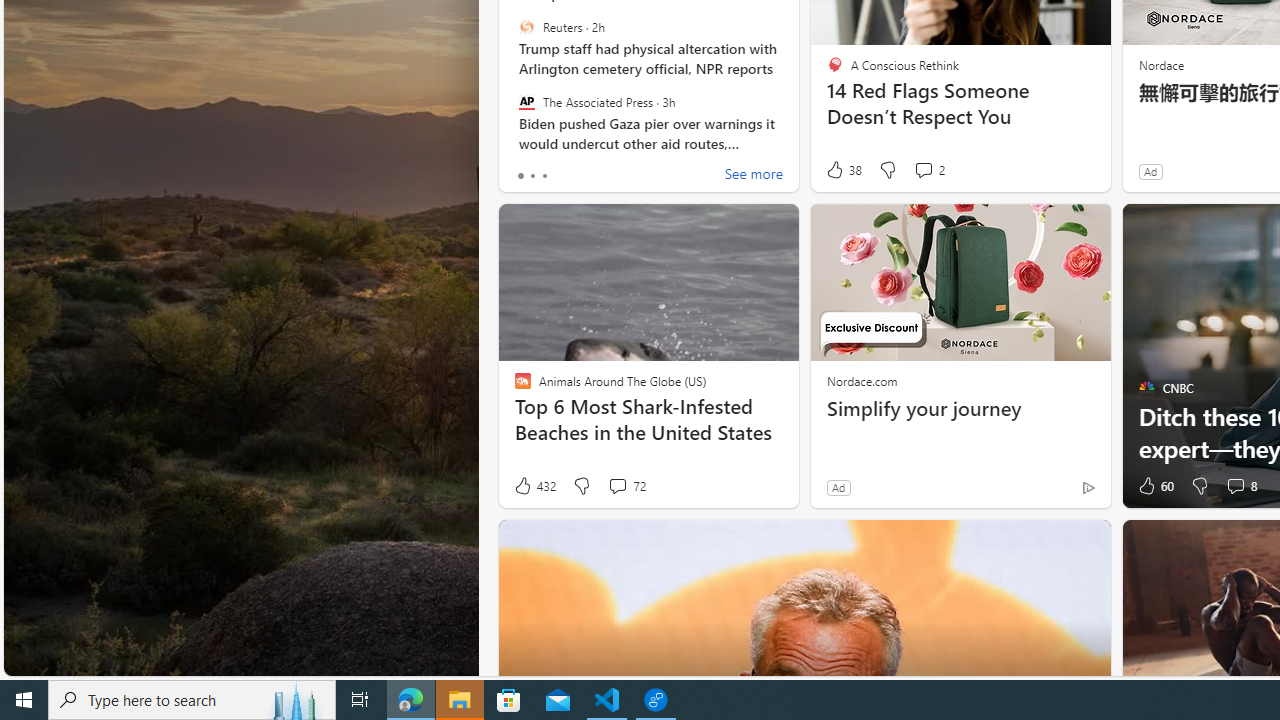 The image size is (1280, 720). What do you see at coordinates (1239, 486) in the screenshot?
I see `'View comments 8 Comment'` at bounding box center [1239, 486].